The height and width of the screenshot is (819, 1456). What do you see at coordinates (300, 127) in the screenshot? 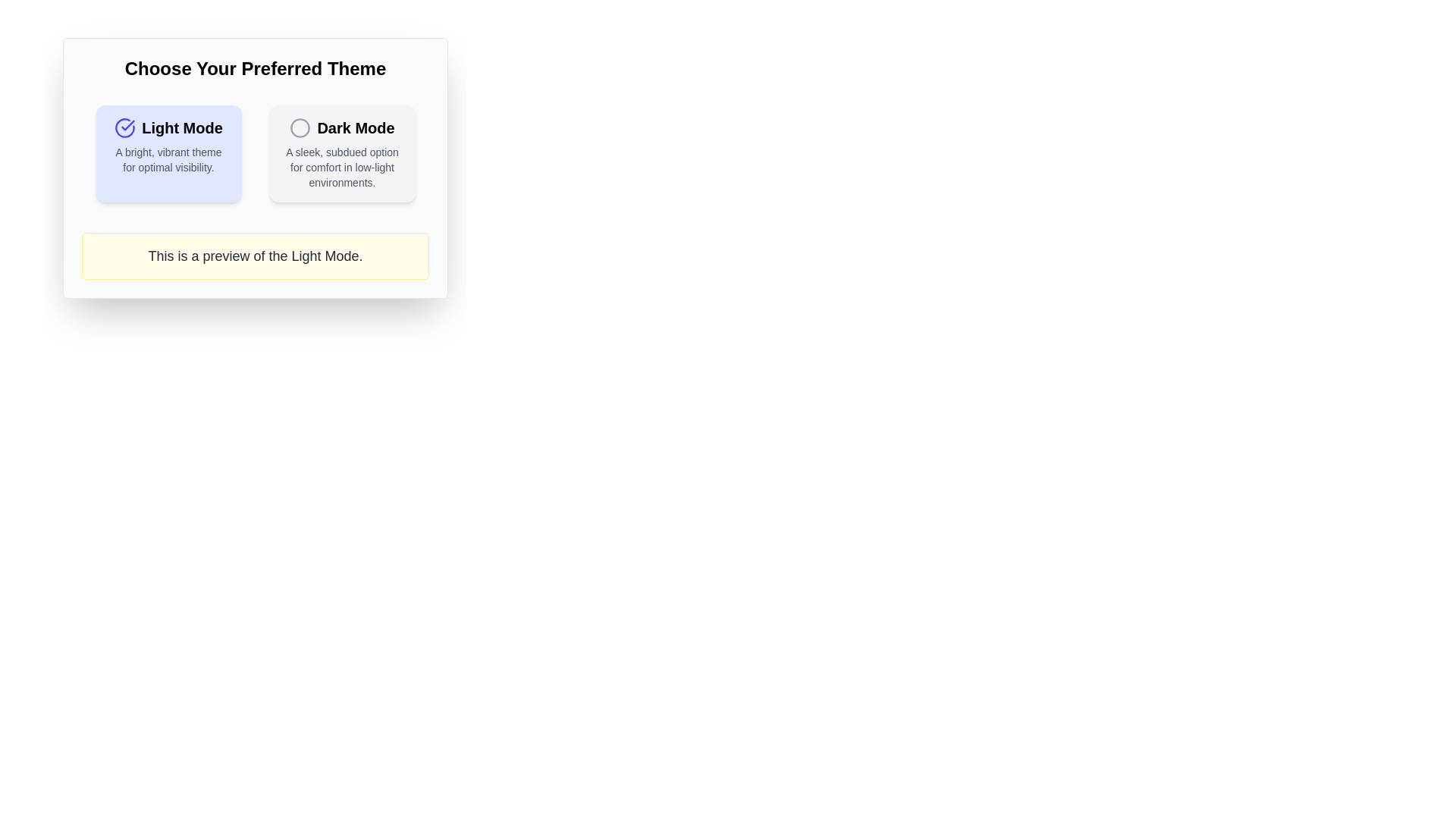
I see `the SVG Circle that represents the 'Dark Mode' option in the theme selection panel` at bounding box center [300, 127].